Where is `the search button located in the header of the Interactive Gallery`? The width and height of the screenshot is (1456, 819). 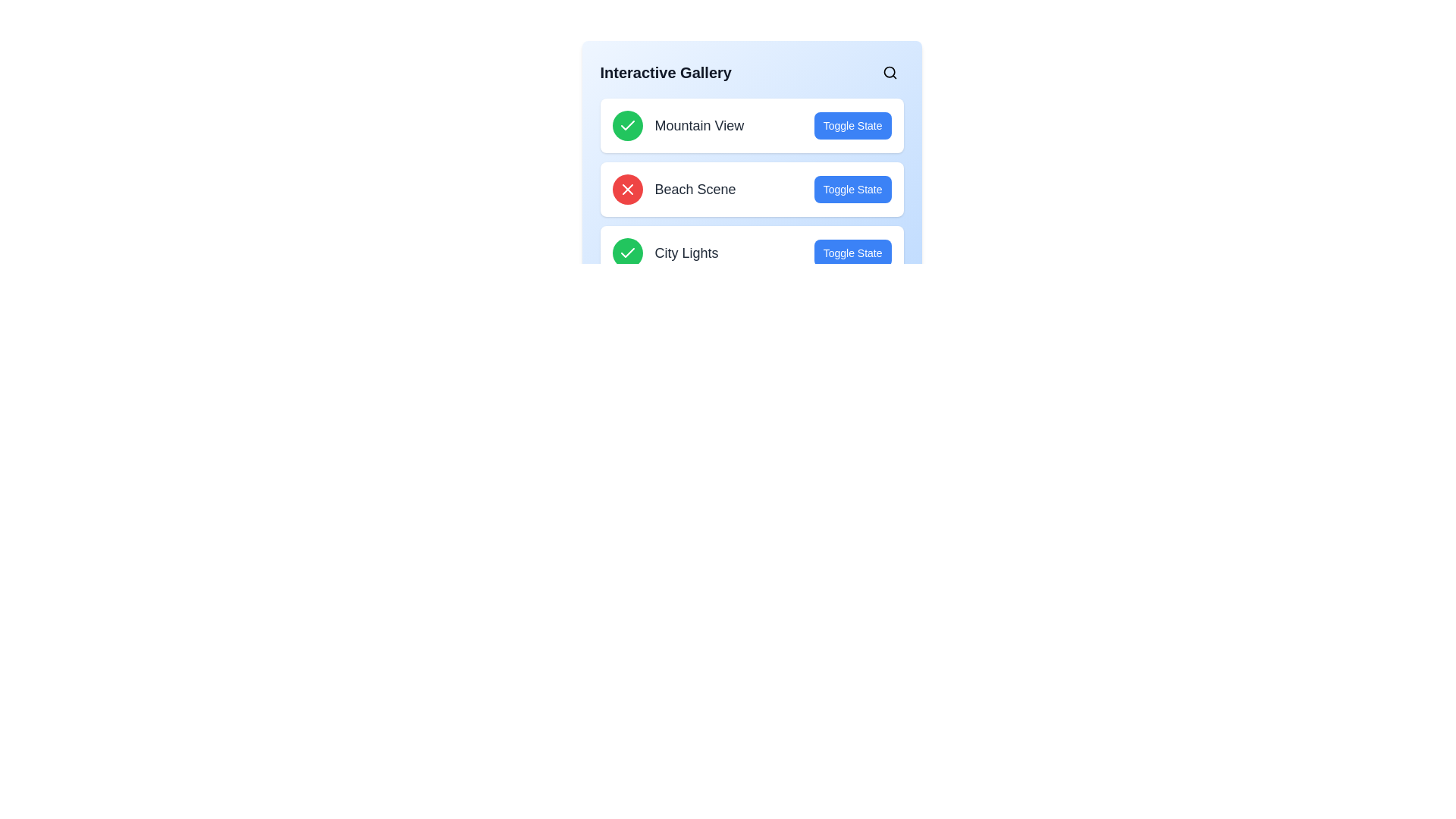
the search button located in the header of the Interactive Gallery is located at coordinates (890, 73).